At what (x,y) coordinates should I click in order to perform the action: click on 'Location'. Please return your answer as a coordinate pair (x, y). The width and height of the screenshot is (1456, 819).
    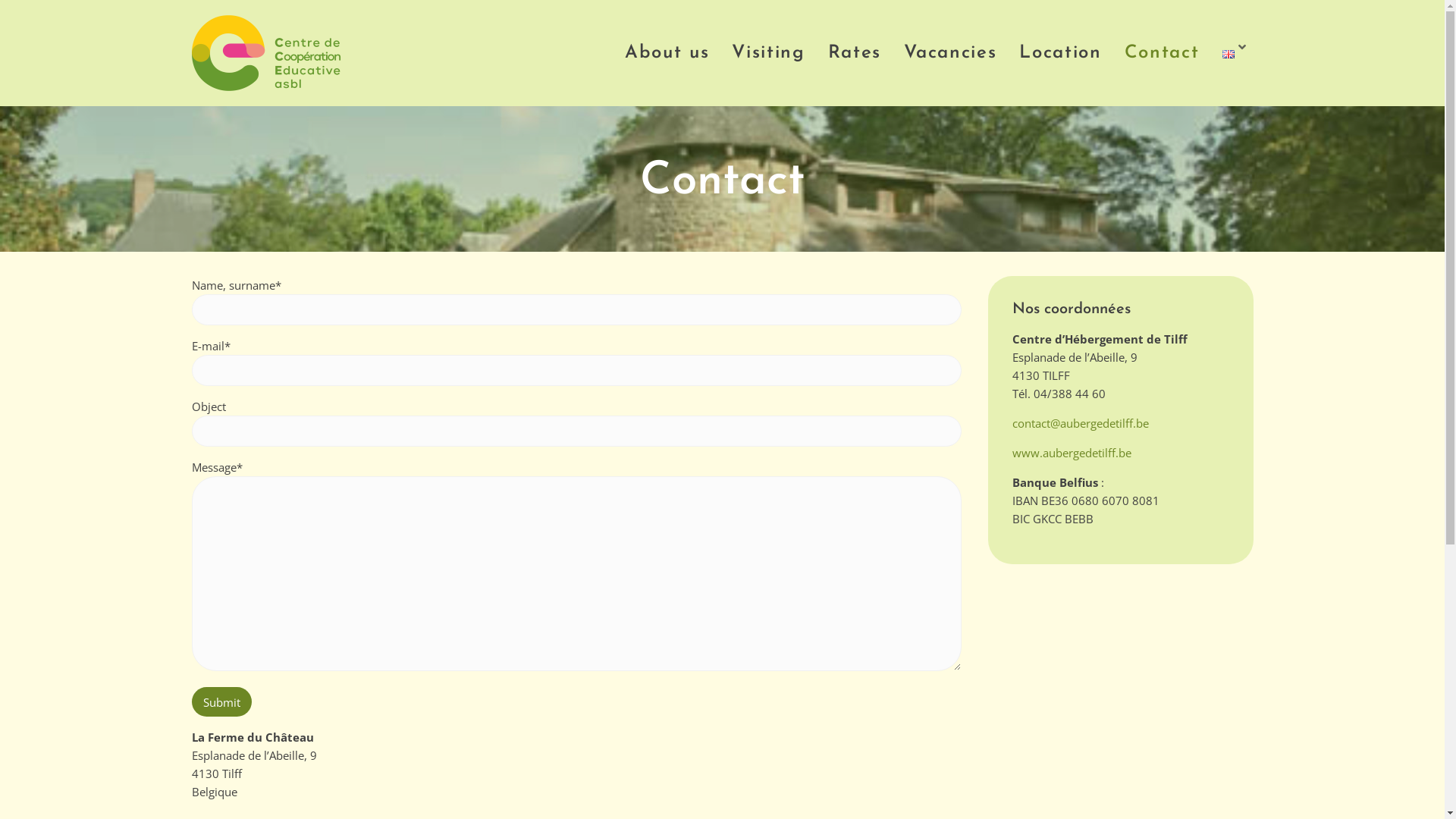
    Looking at the image, I should click on (1059, 52).